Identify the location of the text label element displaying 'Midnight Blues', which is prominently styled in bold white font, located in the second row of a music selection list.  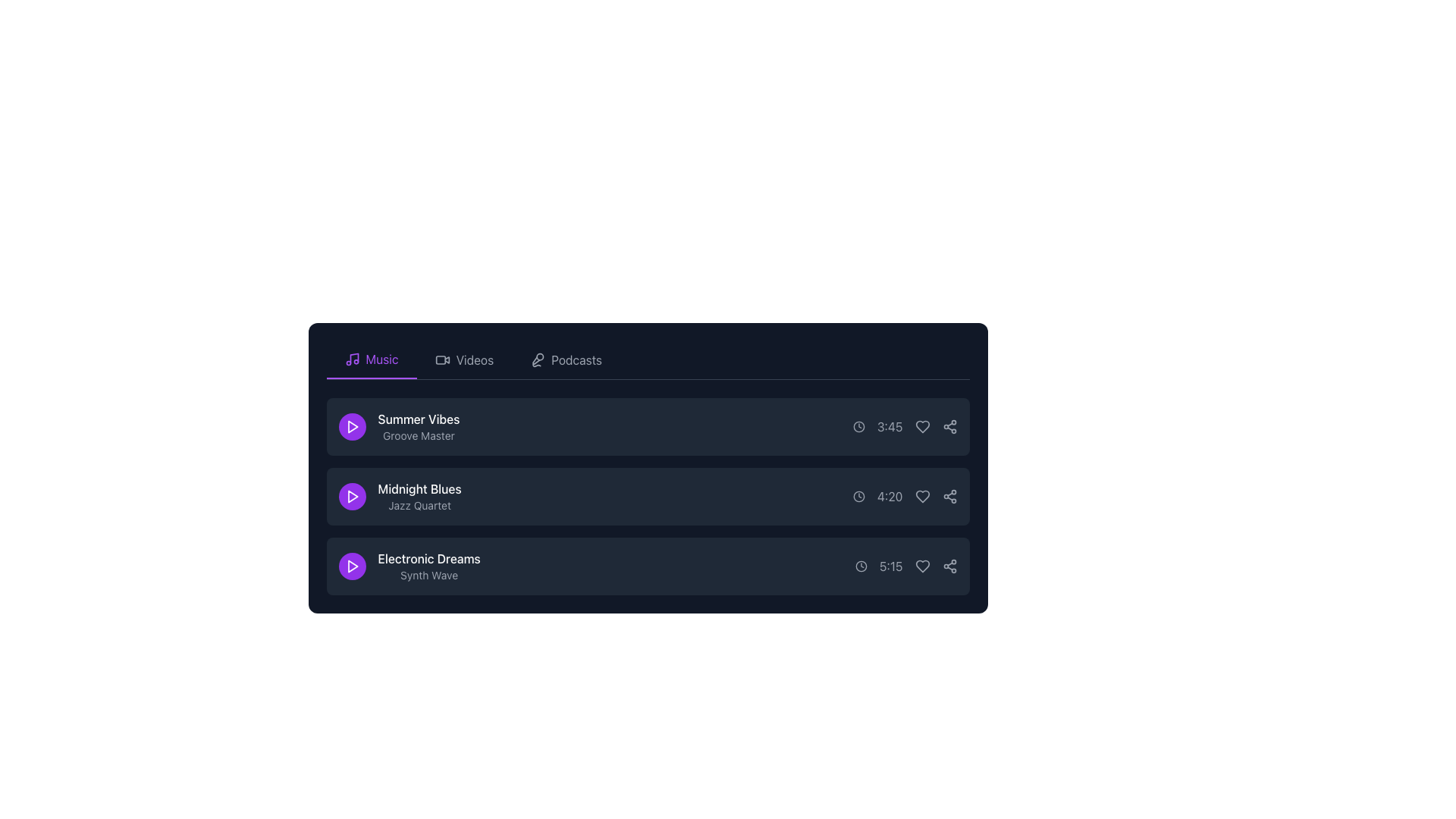
(419, 488).